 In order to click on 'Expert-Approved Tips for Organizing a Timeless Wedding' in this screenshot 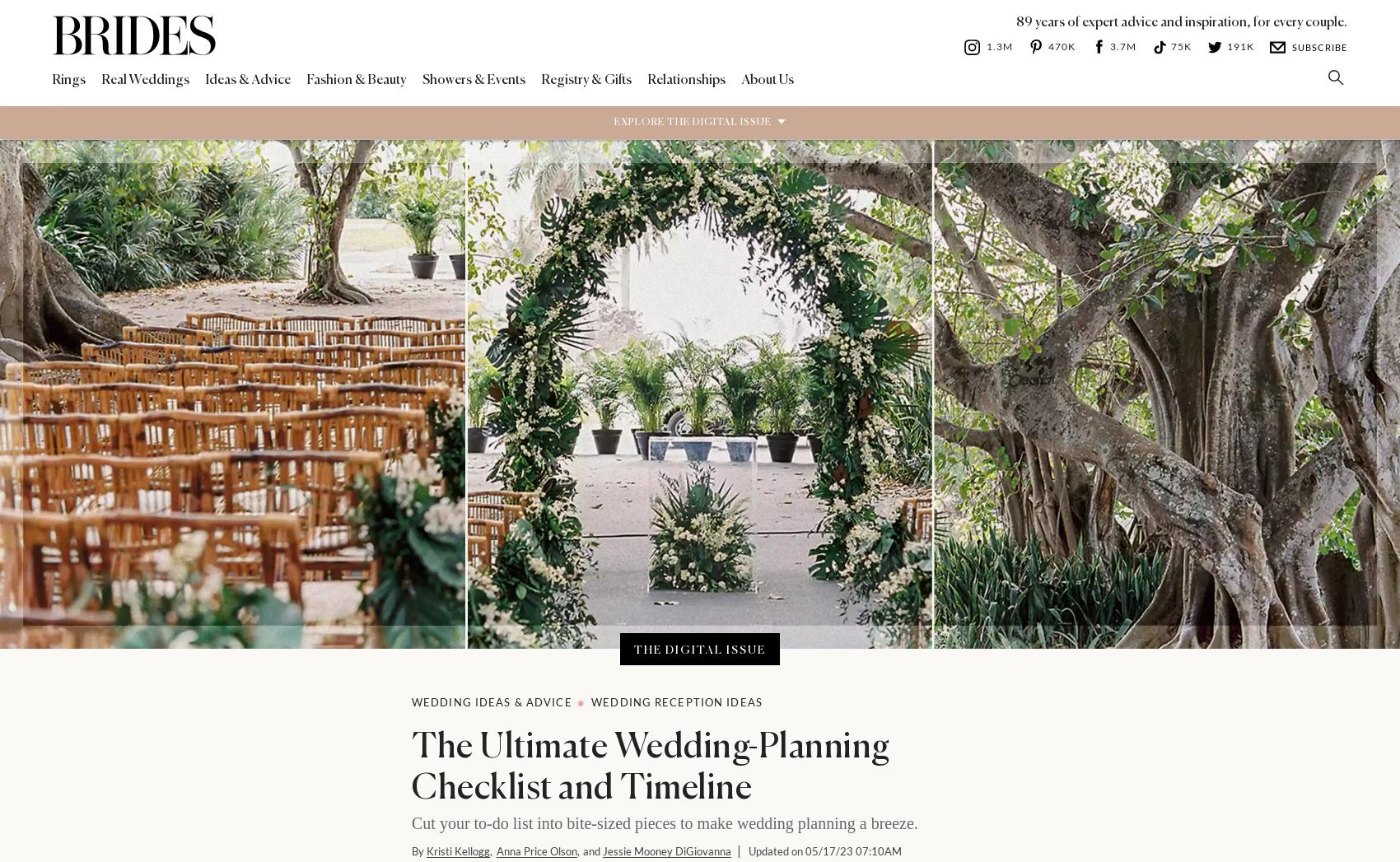, I will do `click(875, 505)`.